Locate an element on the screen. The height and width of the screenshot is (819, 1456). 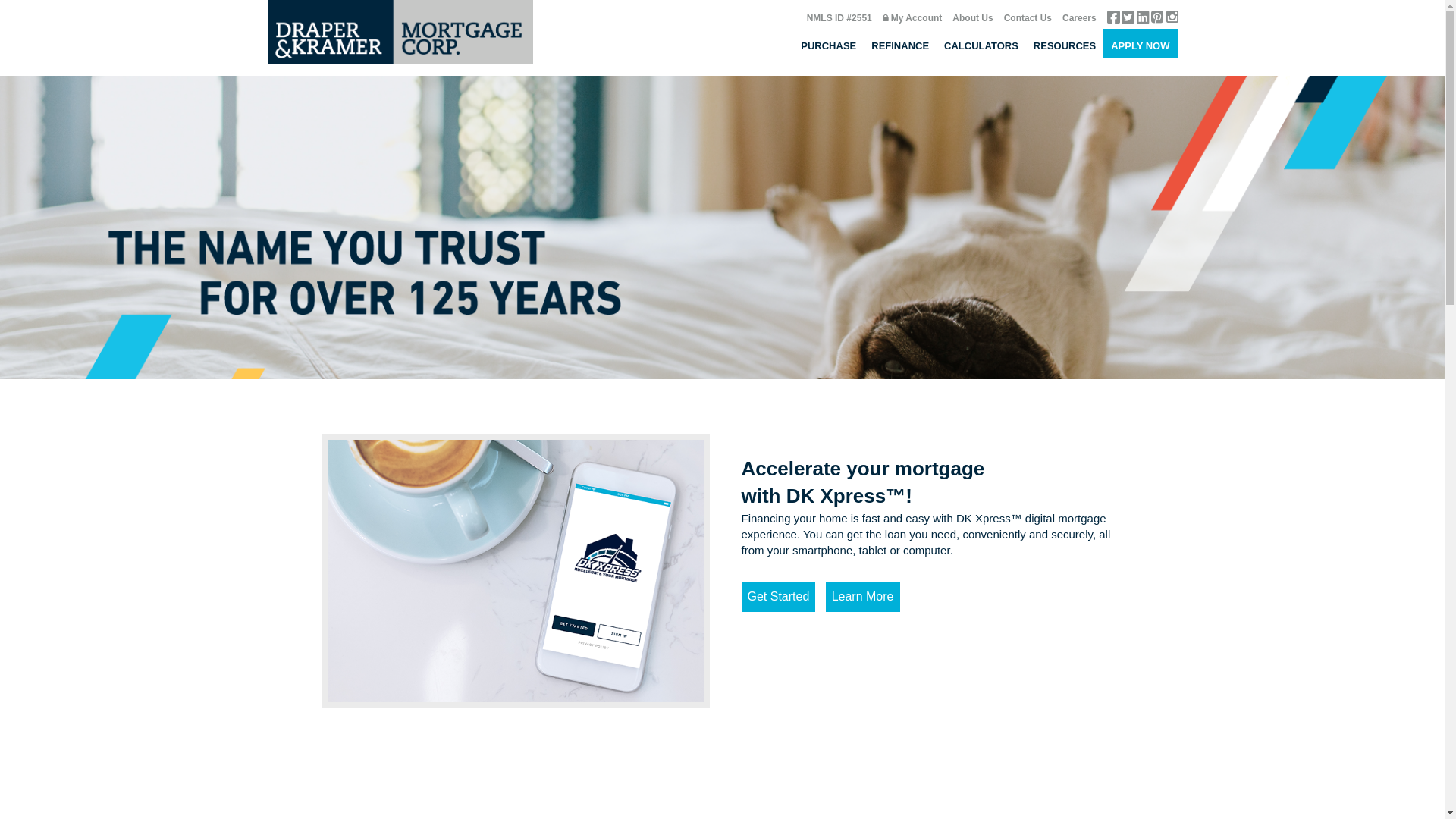
'RESOURCES' is located at coordinates (1063, 42).